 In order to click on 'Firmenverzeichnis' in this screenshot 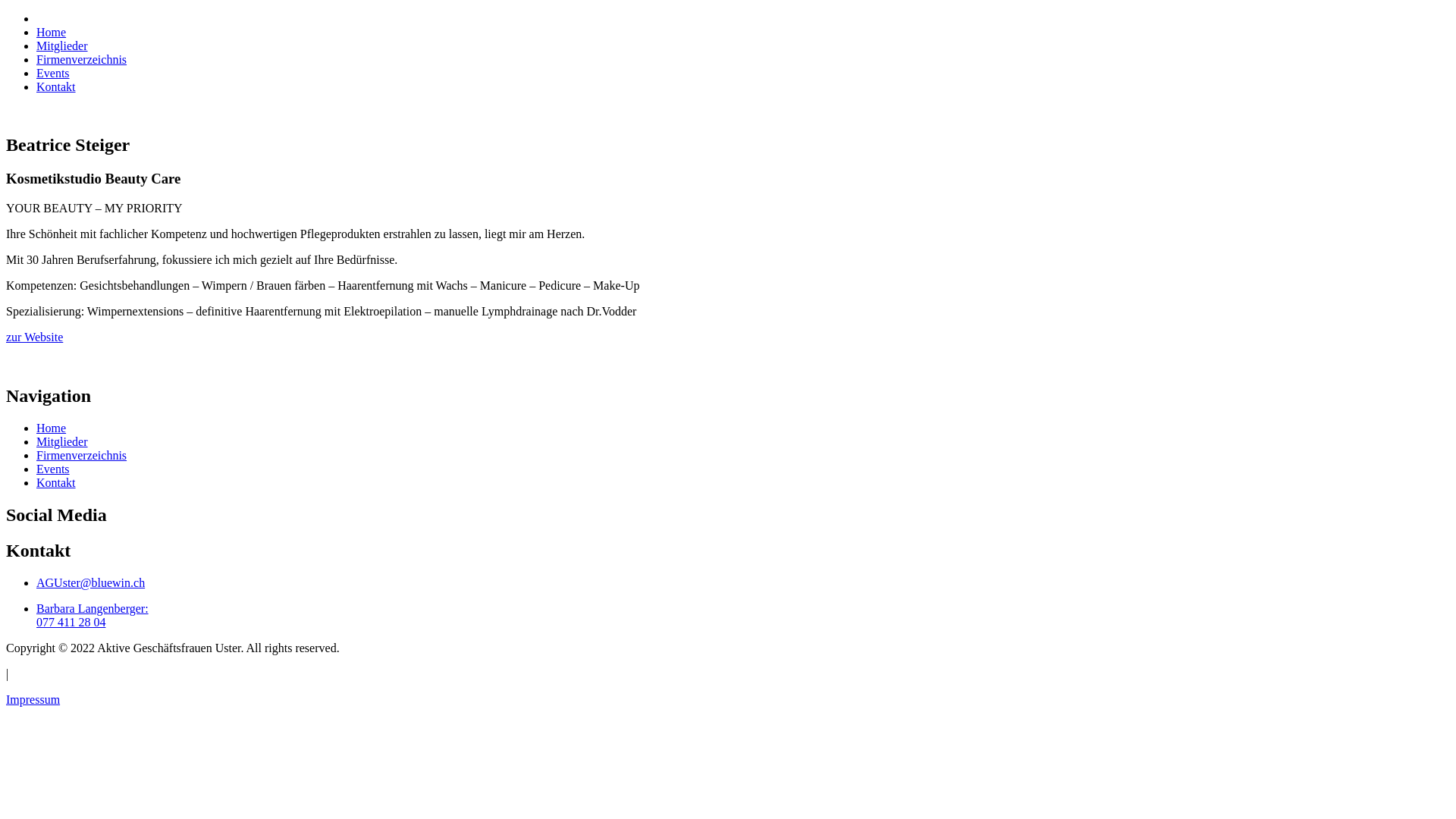, I will do `click(80, 58)`.